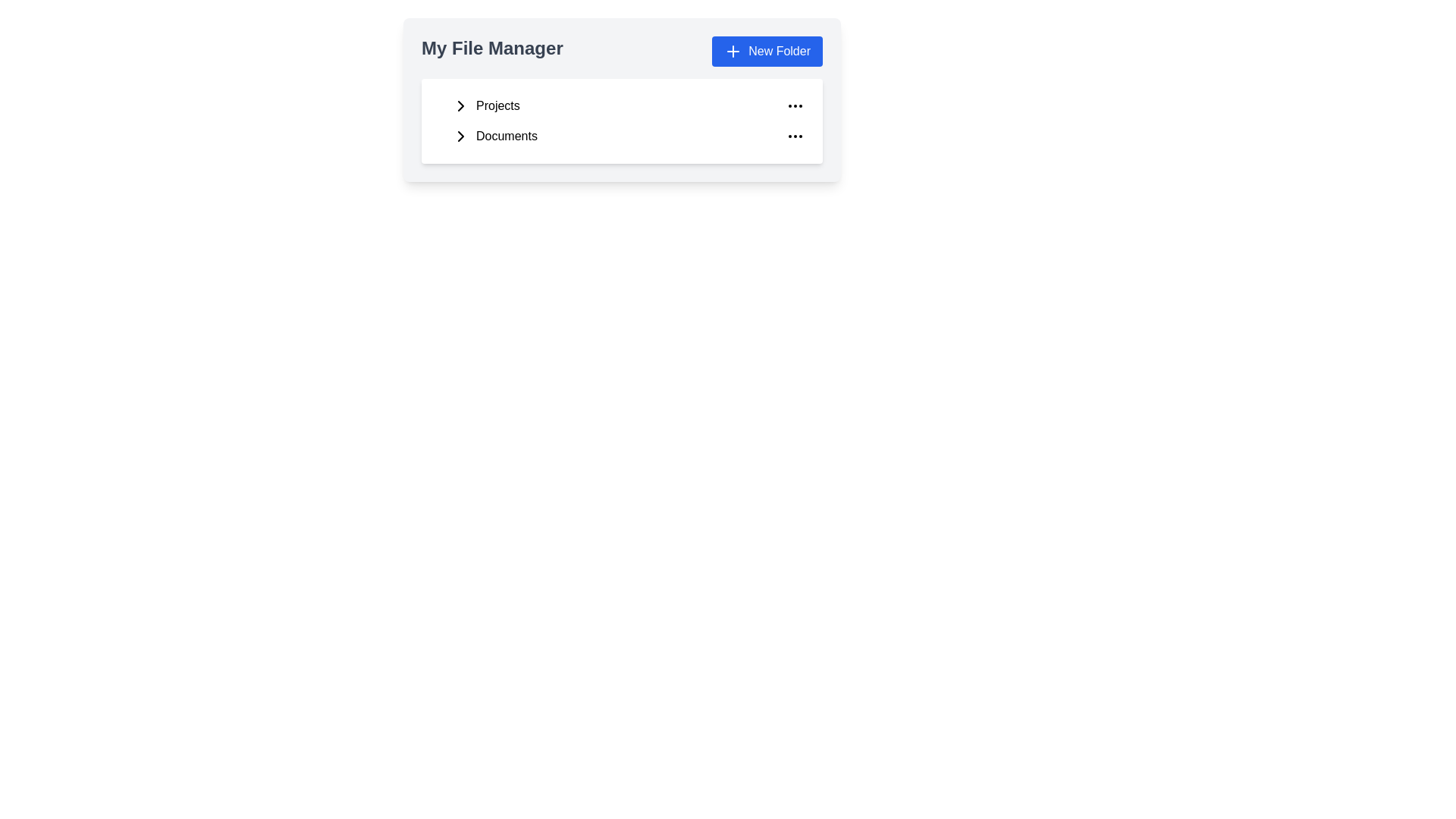  Describe the element at coordinates (628, 136) in the screenshot. I see `the 'Documents' folder entry in the 'My File Manager' section` at that location.